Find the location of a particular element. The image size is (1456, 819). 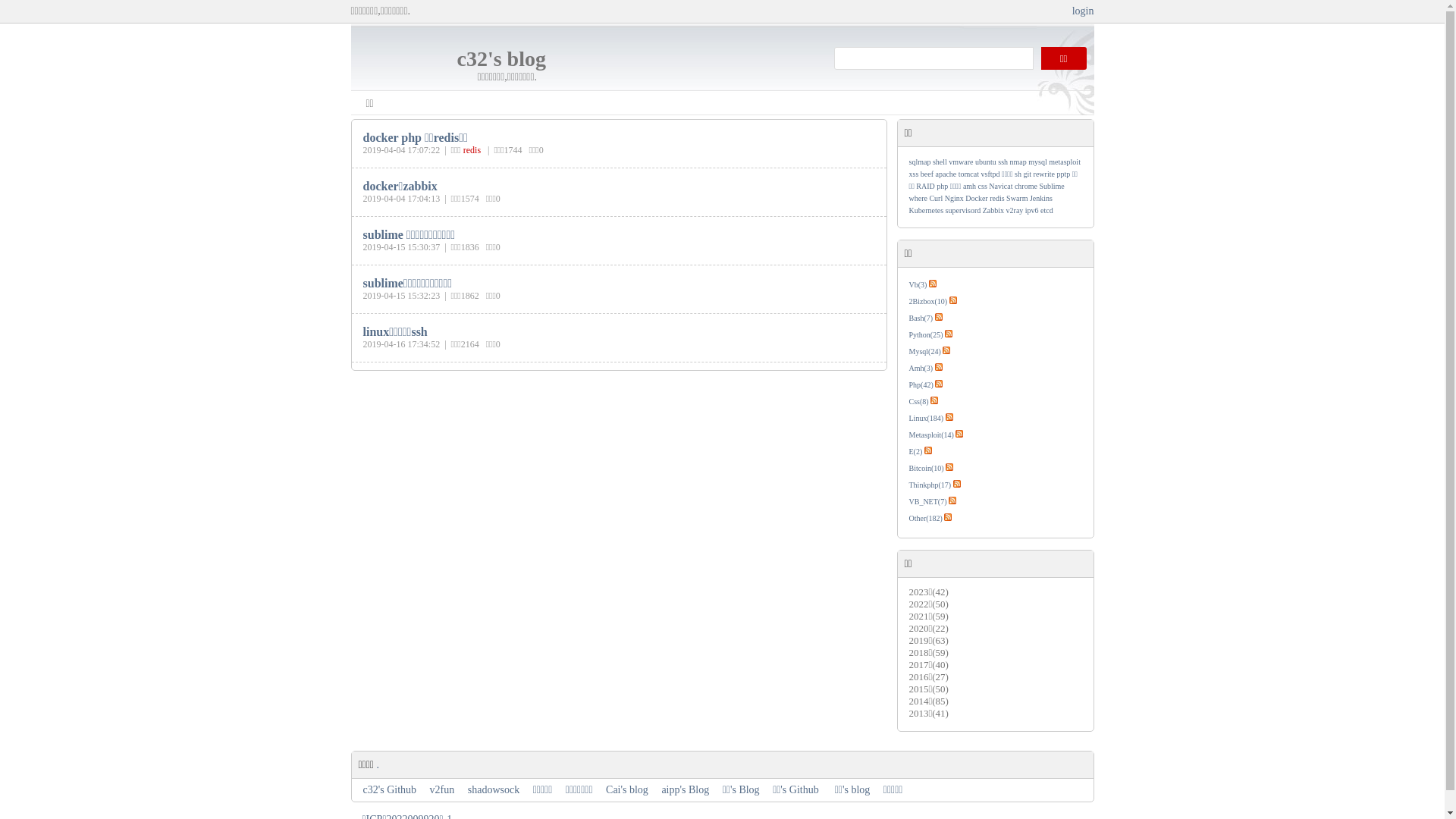

'nmap' is located at coordinates (1018, 162).